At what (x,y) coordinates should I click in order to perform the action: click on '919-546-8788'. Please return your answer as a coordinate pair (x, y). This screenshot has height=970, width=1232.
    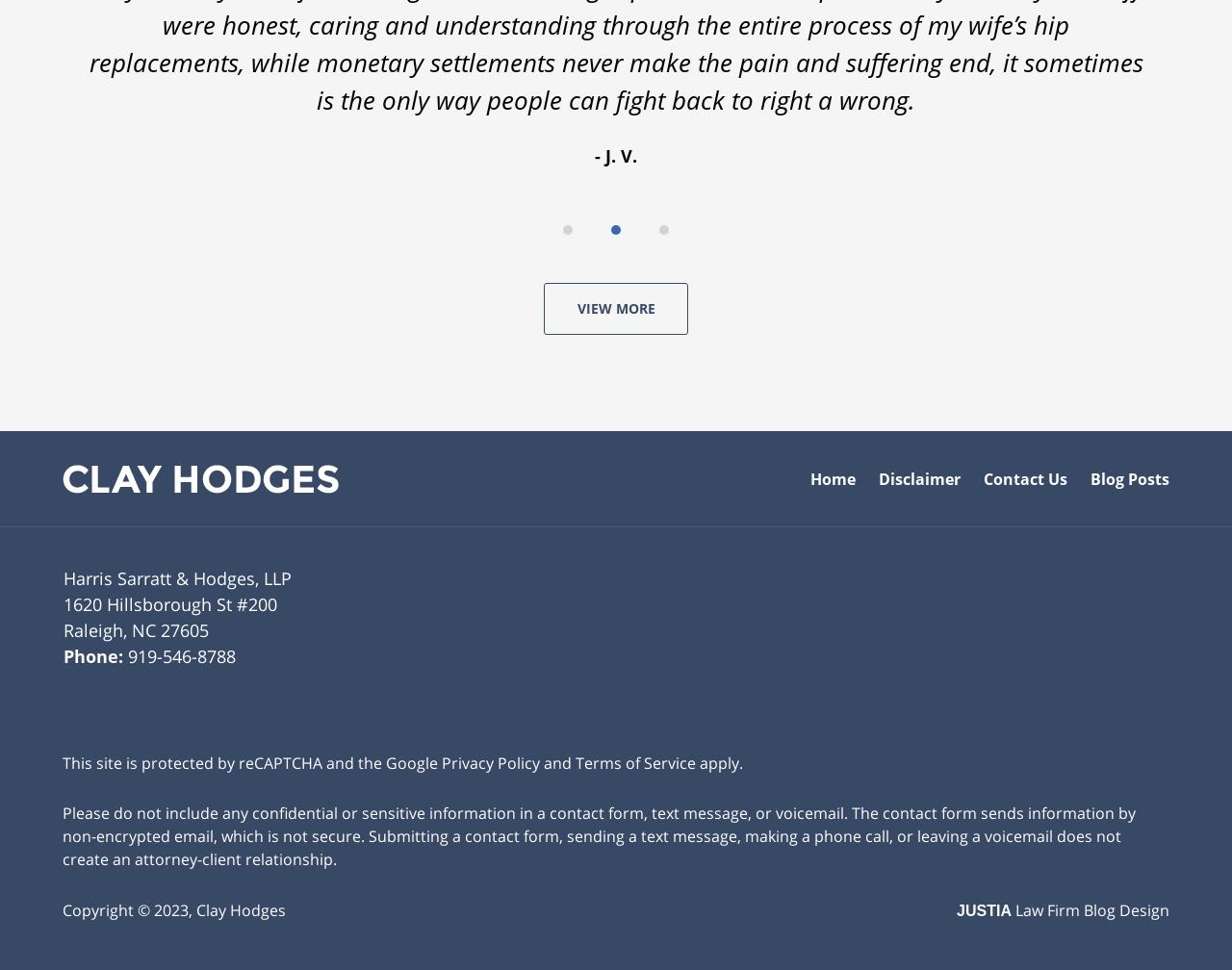
    Looking at the image, I should click on (182, 651).